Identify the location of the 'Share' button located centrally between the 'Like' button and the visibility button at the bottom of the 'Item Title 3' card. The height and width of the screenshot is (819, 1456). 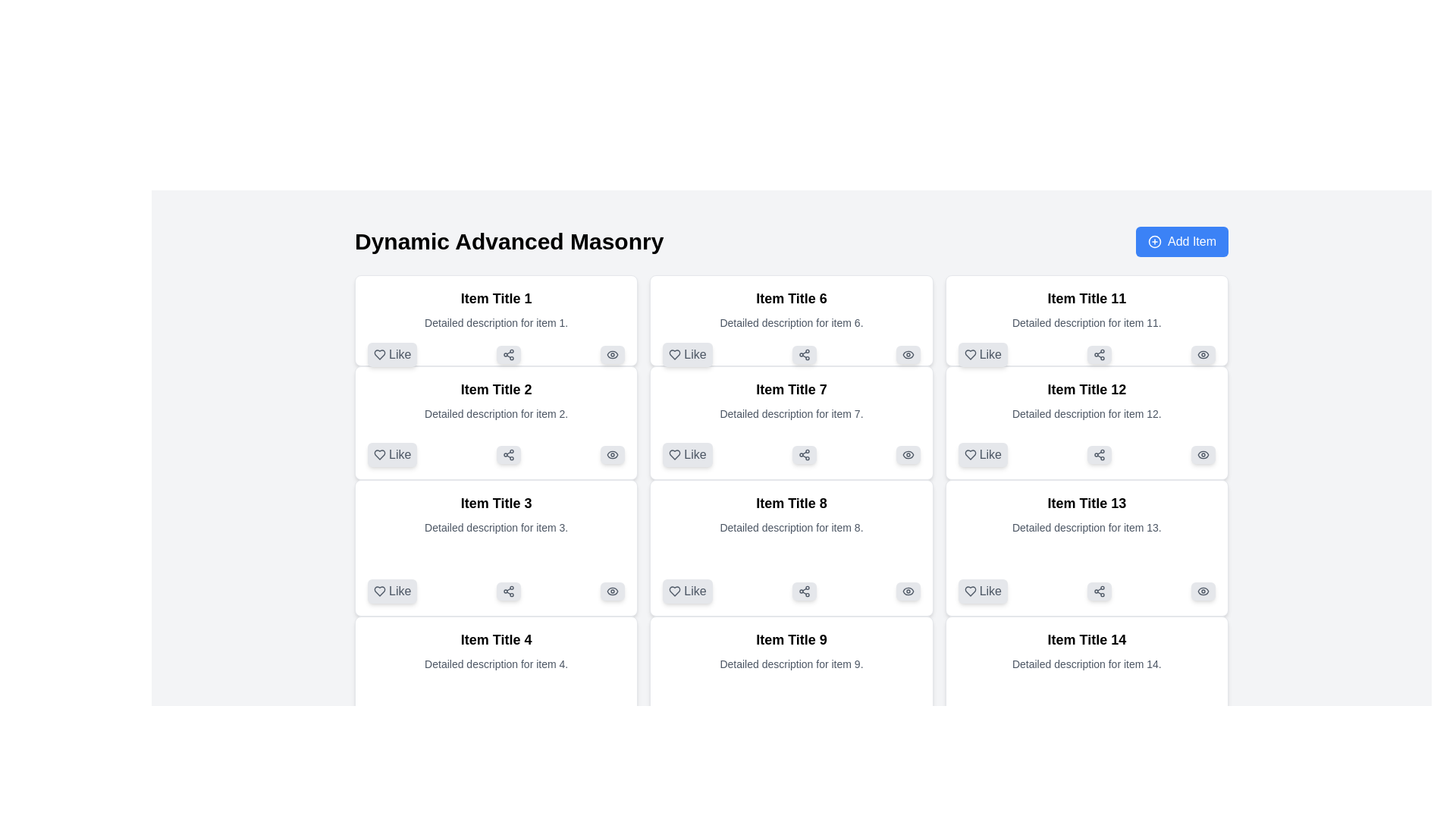
(509, 590).